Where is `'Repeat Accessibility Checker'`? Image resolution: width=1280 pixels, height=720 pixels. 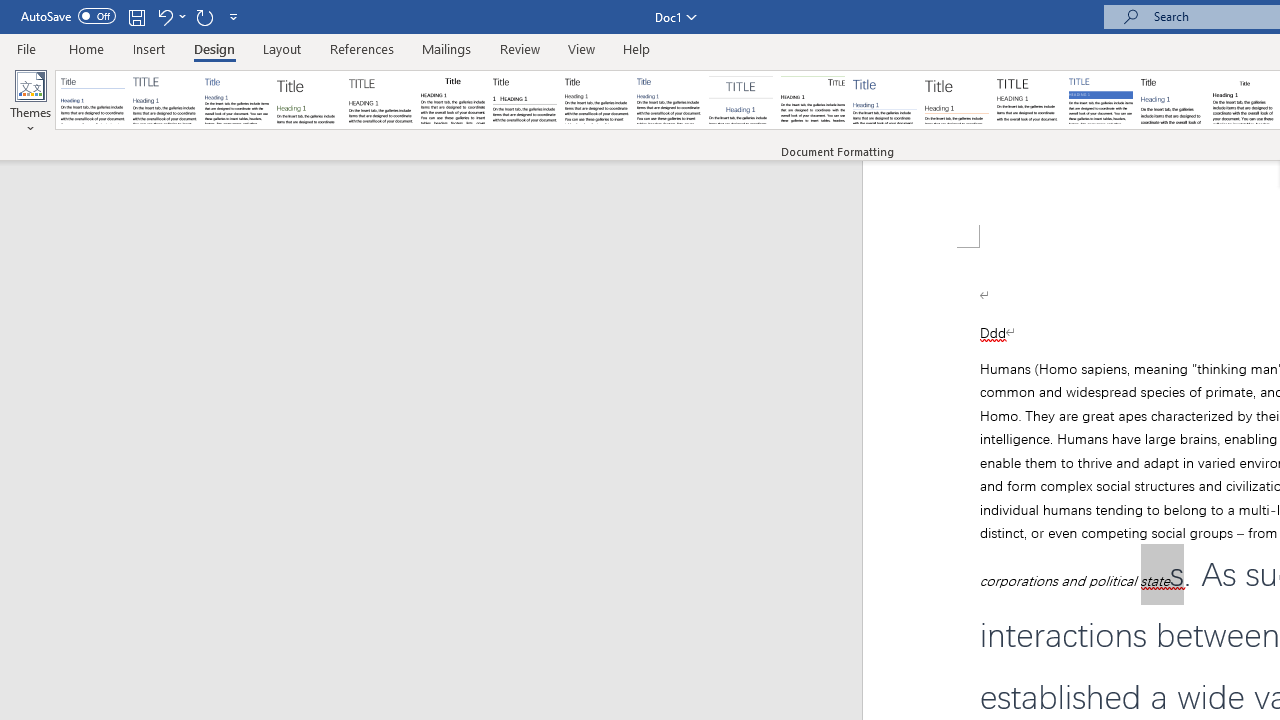 'Repeat Accessibility Checker' is located at coordinates (204, 16).